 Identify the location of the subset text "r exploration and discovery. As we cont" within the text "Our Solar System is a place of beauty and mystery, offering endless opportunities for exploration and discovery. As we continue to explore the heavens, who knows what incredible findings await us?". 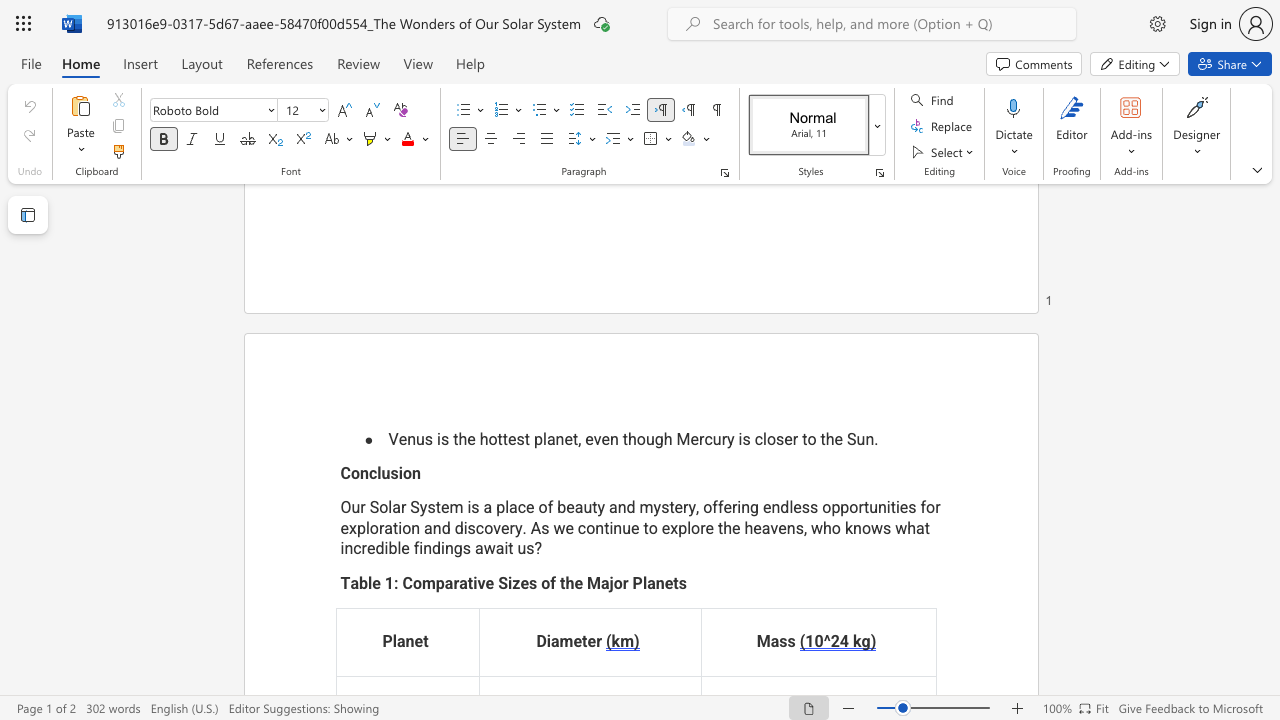
(934, 506).